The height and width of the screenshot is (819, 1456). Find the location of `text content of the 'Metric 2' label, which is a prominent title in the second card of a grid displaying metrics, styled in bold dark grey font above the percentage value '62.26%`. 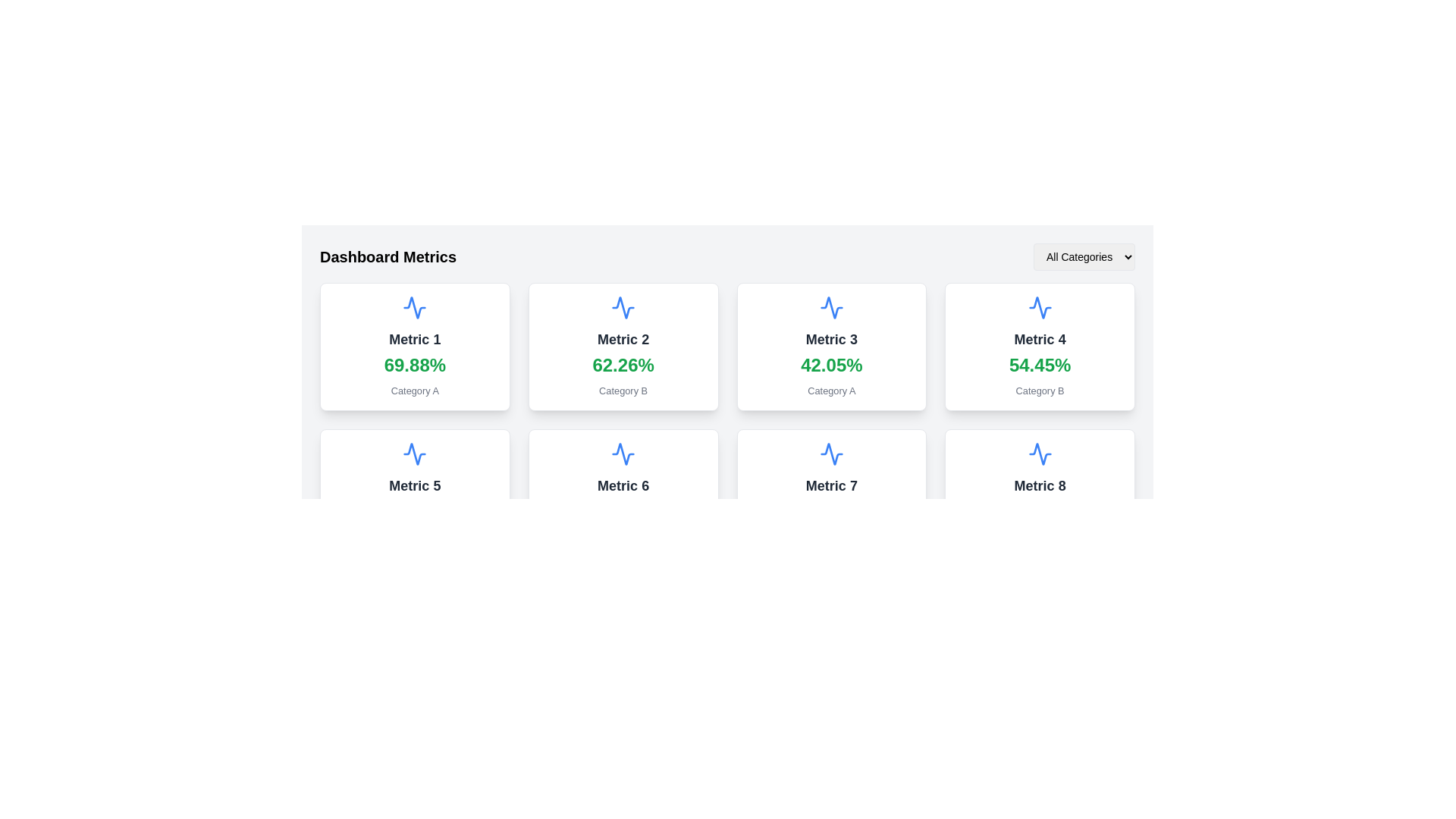

text content of the 'Metric 2' label, which is a prominent title in the second card of a grid displaying metrics, styled in bold dark grey font above the percentage value '62.26% is located at coordinates (623, 338).